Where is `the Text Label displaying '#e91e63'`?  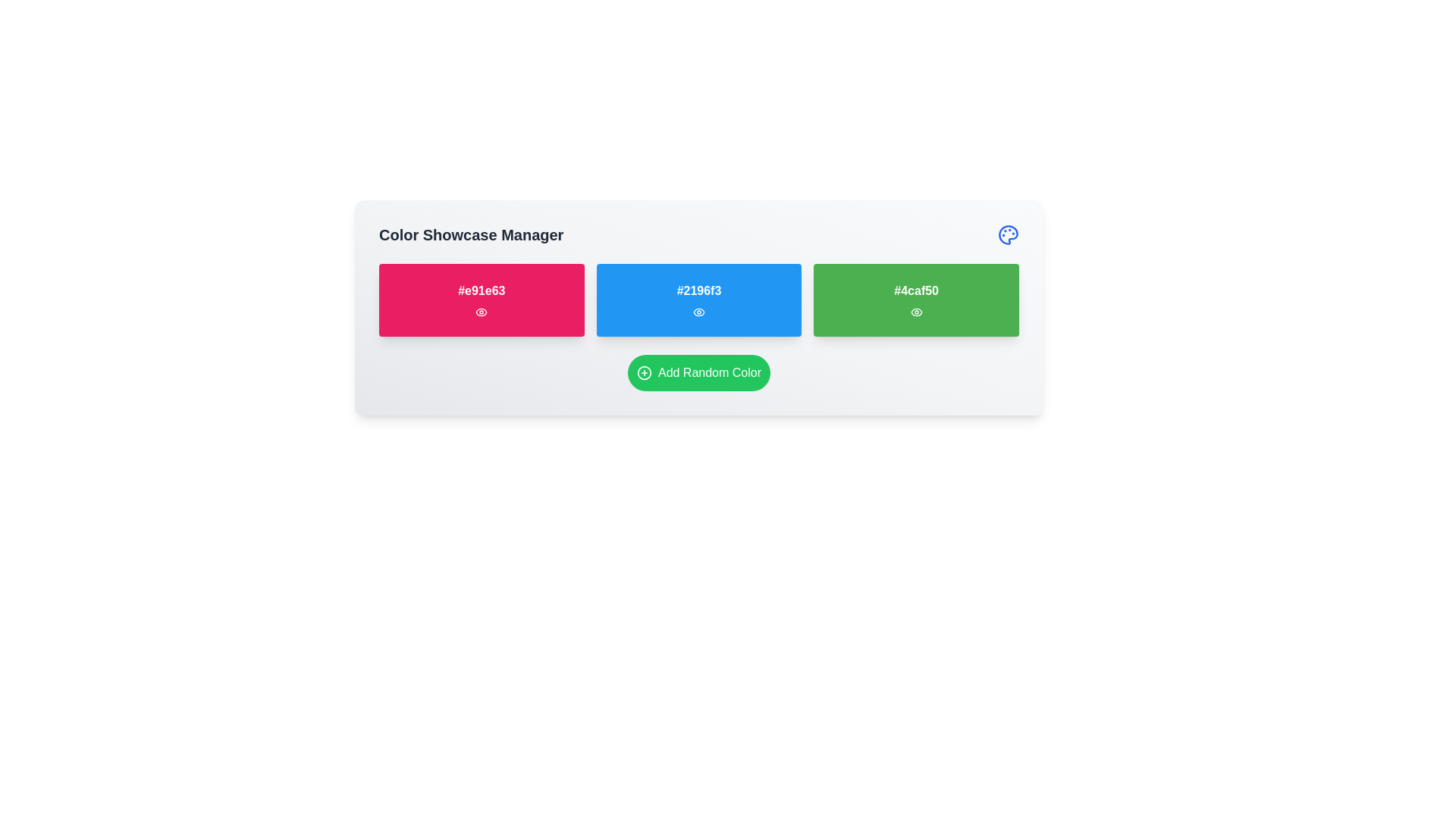 the Text Label displaying '#e91e63' is located at coordinates (481, 291).